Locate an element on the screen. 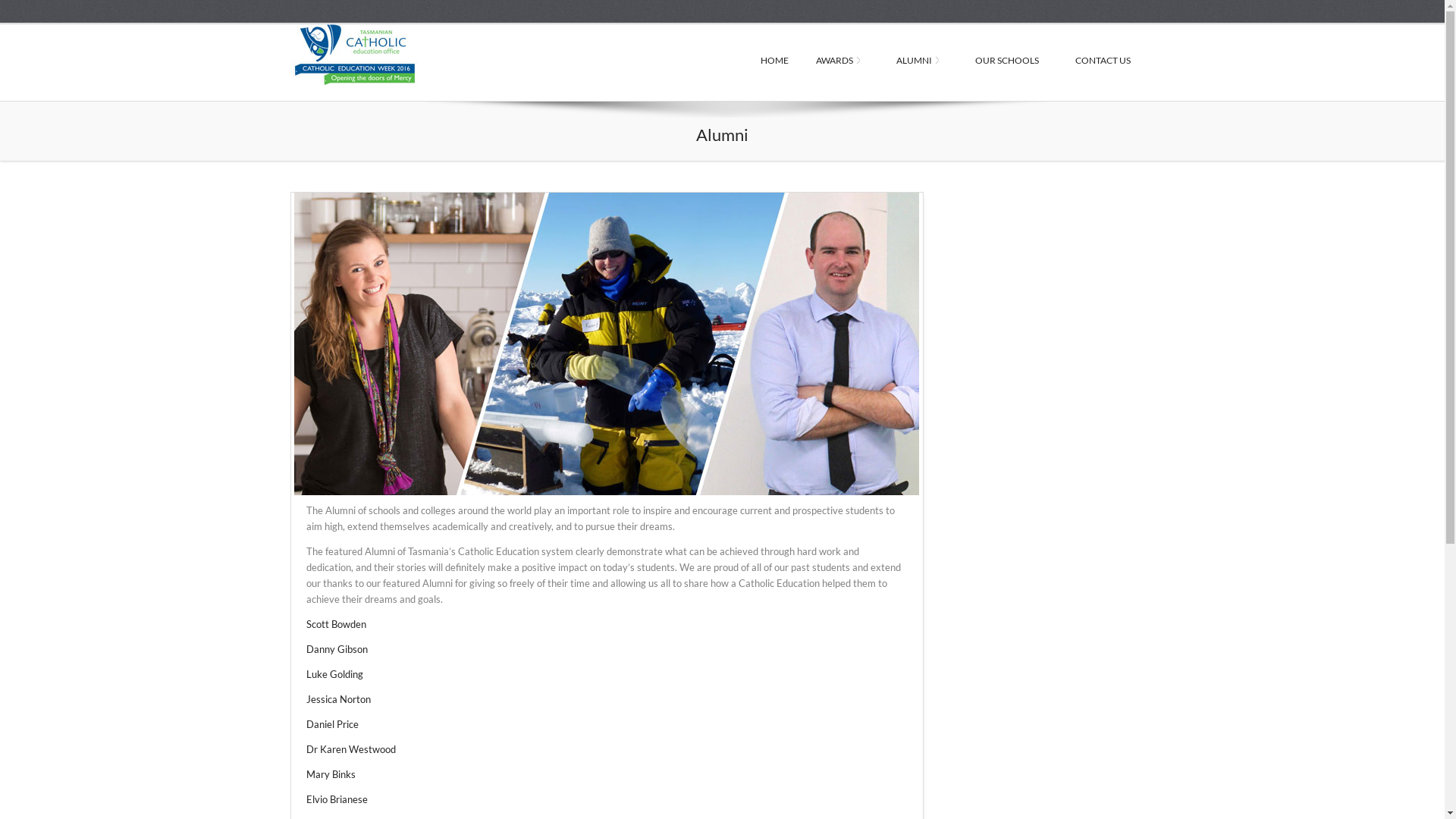  'ALUMNI ' is located at coordinates (921, 61).